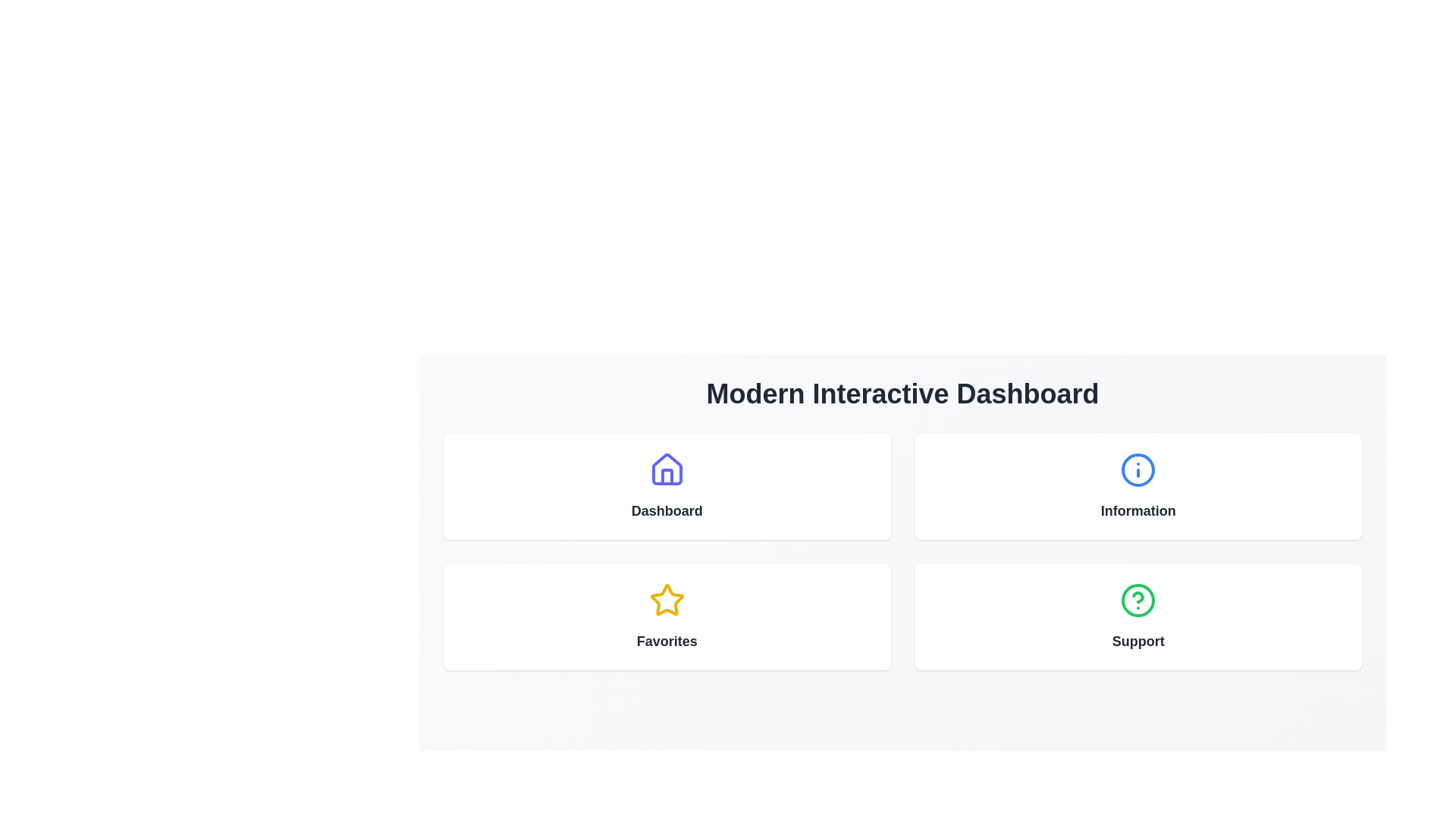 This screenshot has height=819, width=1456. What do you see at coordinates (667, 617) in the screenshot?
I see `the Informational Card element labeled 'Favorites', which is the third card in a 2x2 grid layout` at bounding box center [667, 617].